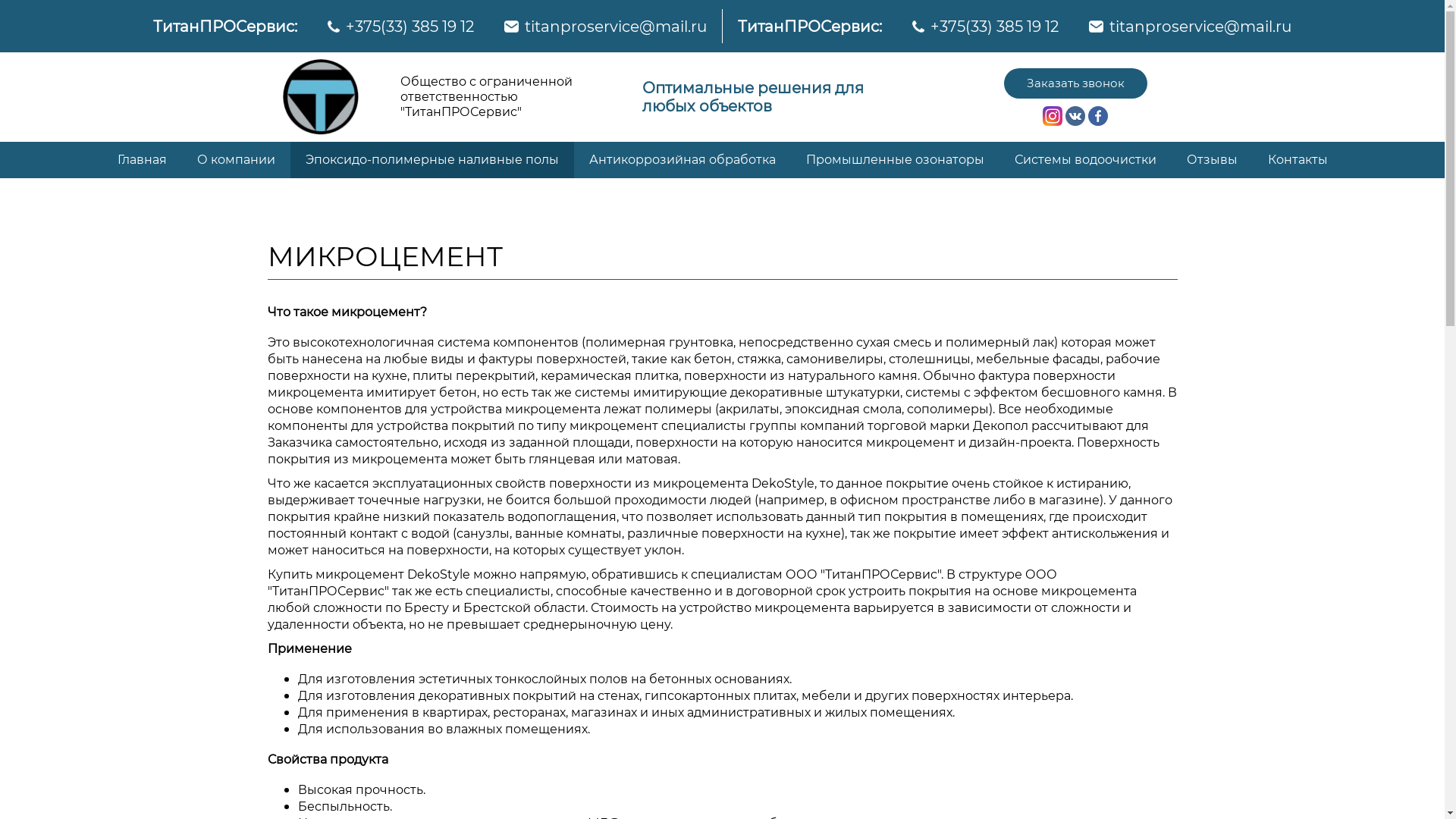 The height and width of the screenshot is (819, 1456). Describe the element at coordinates (1109, 26) in the screenshot. I see `'titanproservice@mail.ru'` at that location.